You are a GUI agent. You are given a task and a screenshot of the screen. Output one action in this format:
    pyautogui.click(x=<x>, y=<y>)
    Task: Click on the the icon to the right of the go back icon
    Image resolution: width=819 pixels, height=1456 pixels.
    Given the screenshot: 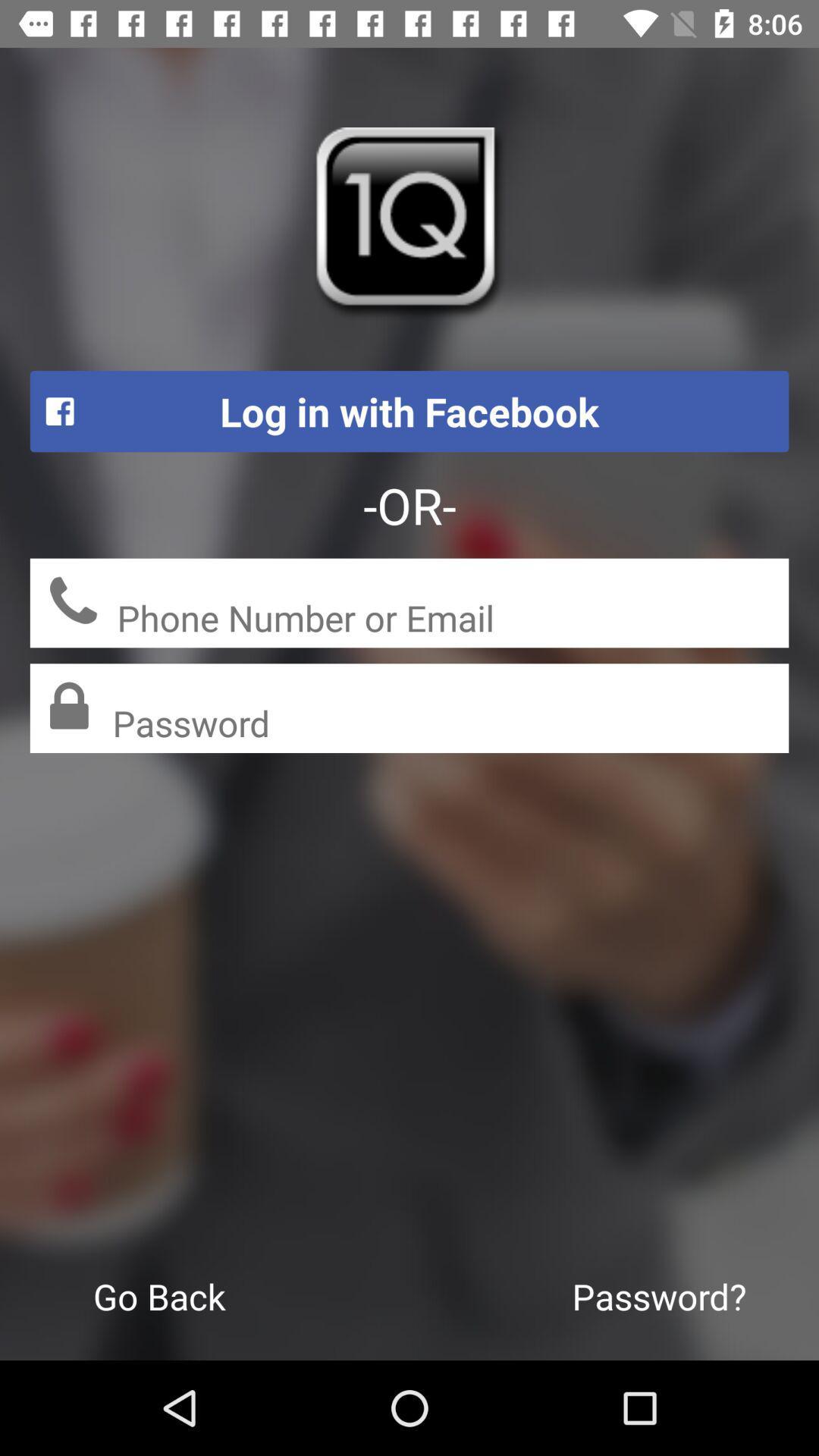 What is the action you would take?
    pyautogui.click(x=658, y=1295)
    